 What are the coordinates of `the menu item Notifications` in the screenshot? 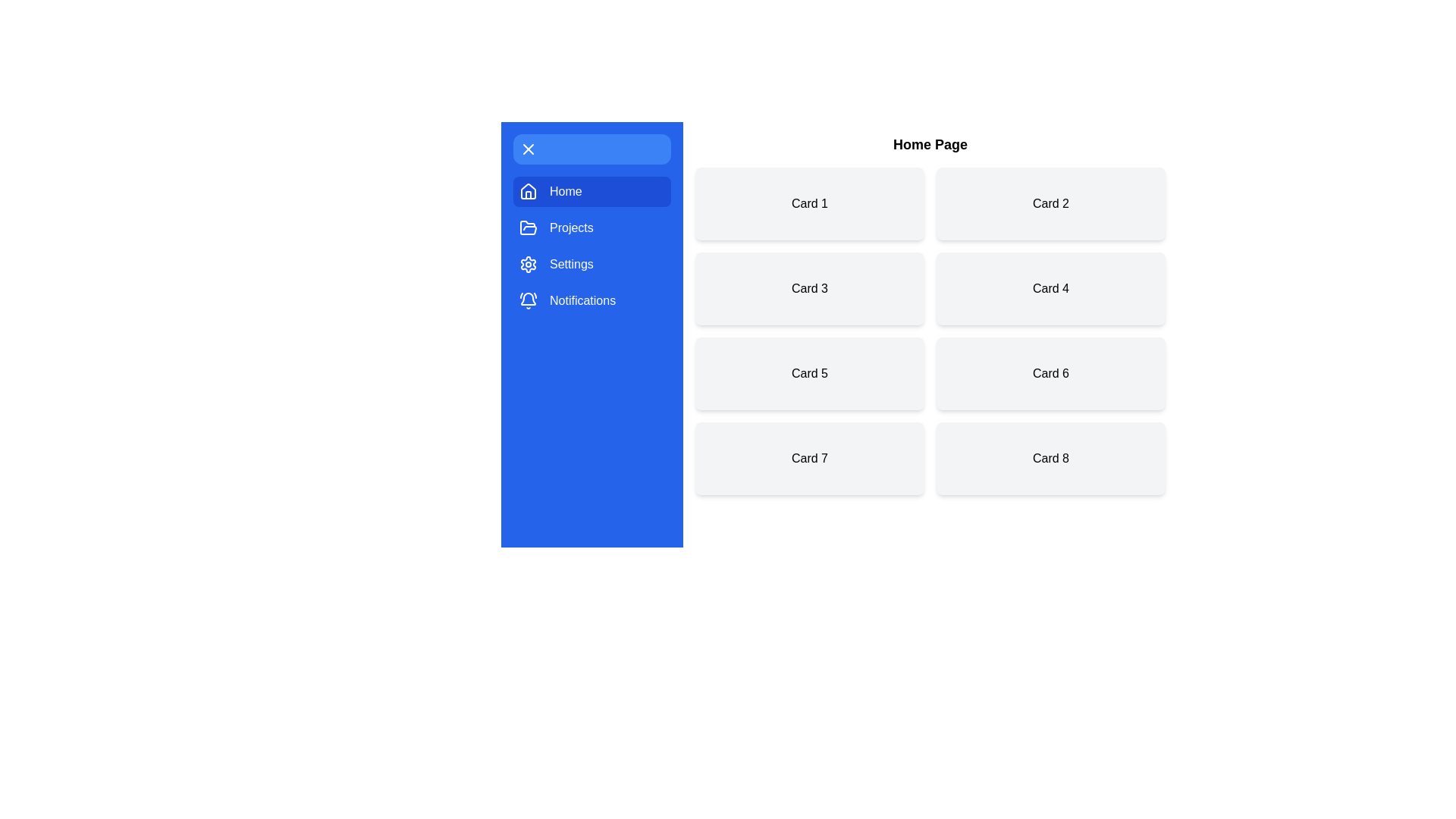 It's located at (591, 301).